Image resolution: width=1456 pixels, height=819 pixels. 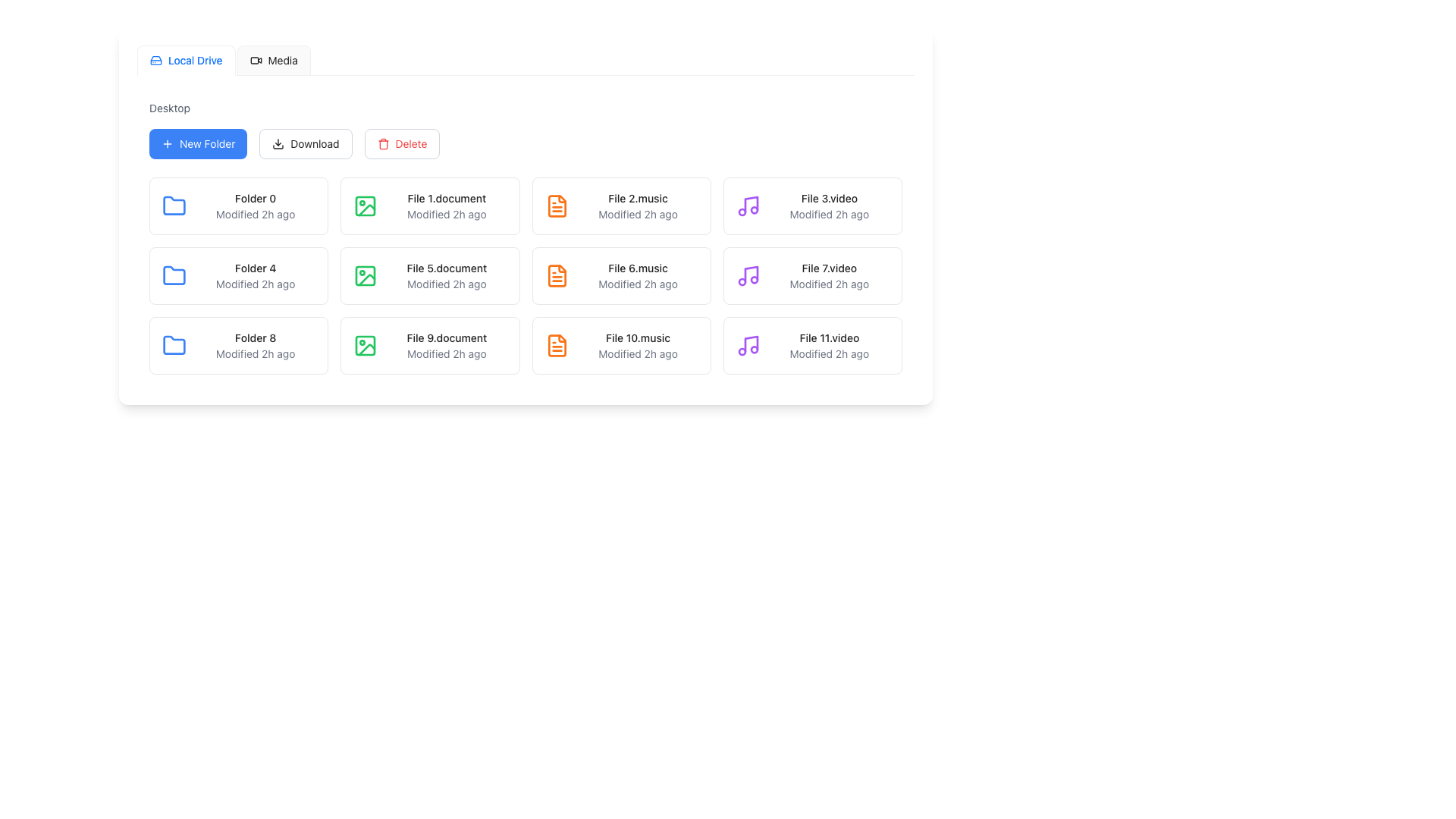 What do you see at coordinates (305, 143) in the screenshot?
I see `the 'Download' button` at bounding box center [305, 143].